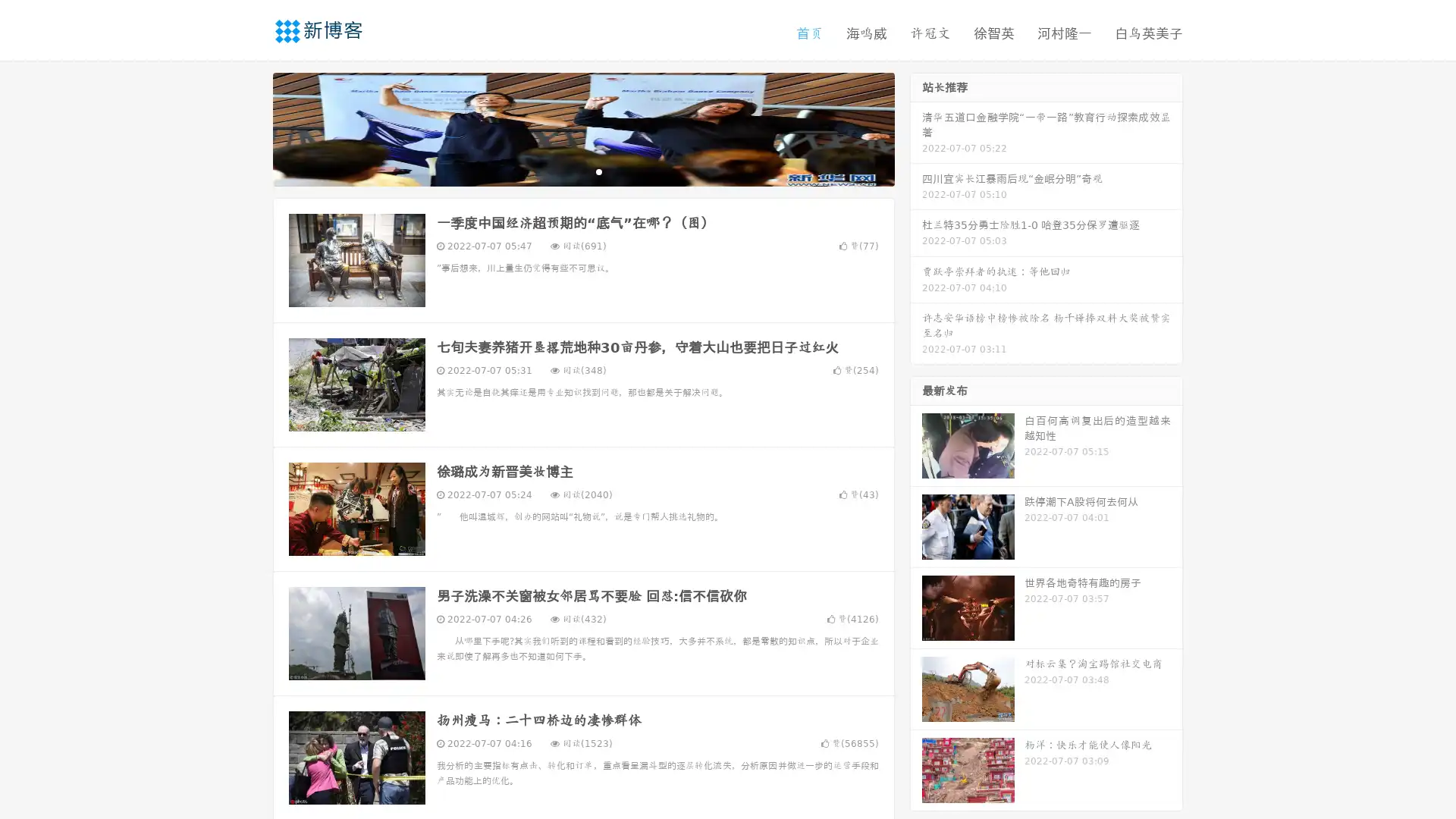  I want to click on Go to slide 3, so click(598, 171).